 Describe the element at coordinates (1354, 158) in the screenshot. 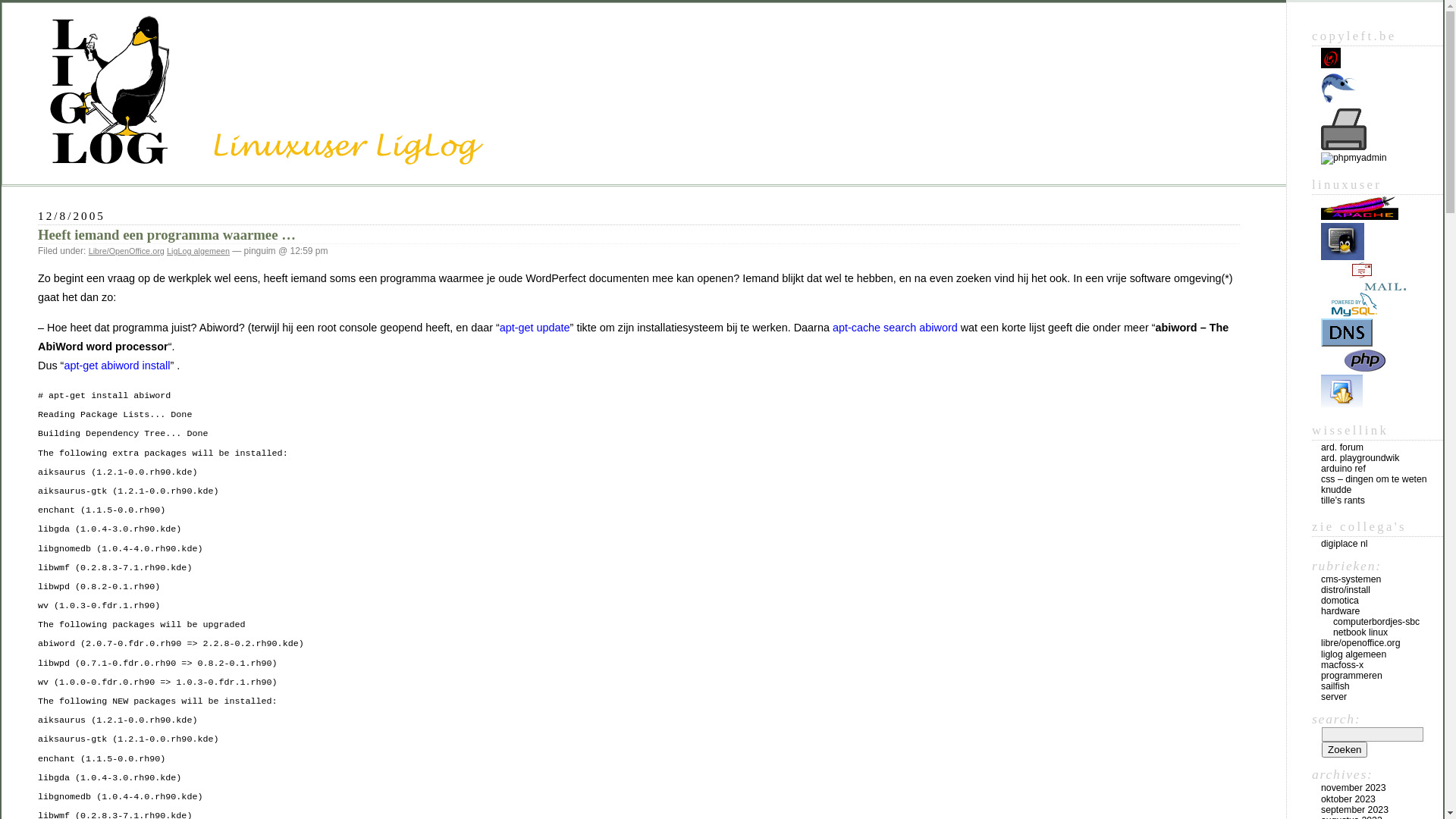

I see `'phpMyAdmin'` at that location.